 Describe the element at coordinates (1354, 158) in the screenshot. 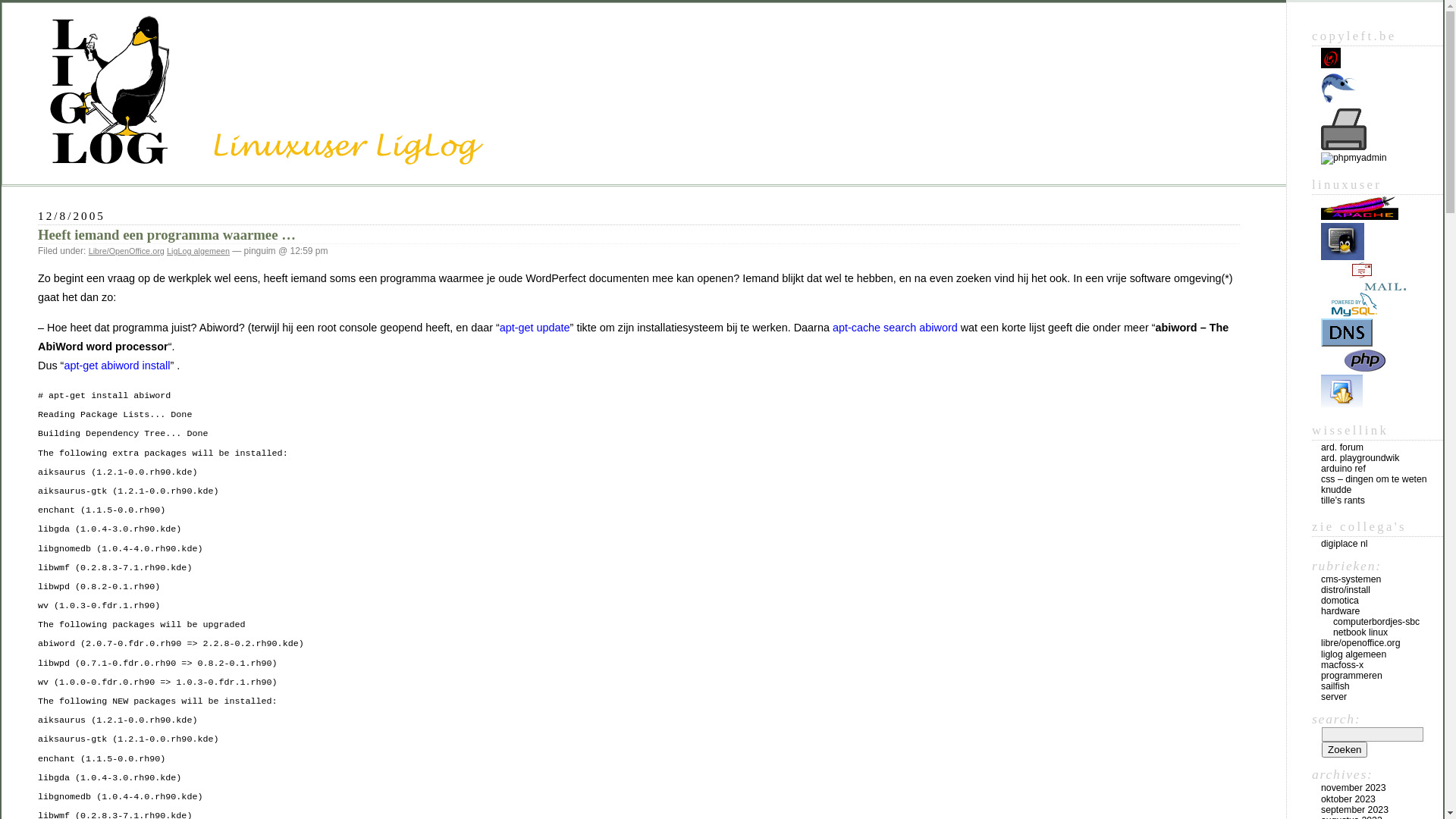

I see `'phpMyAdmin'` at that location.